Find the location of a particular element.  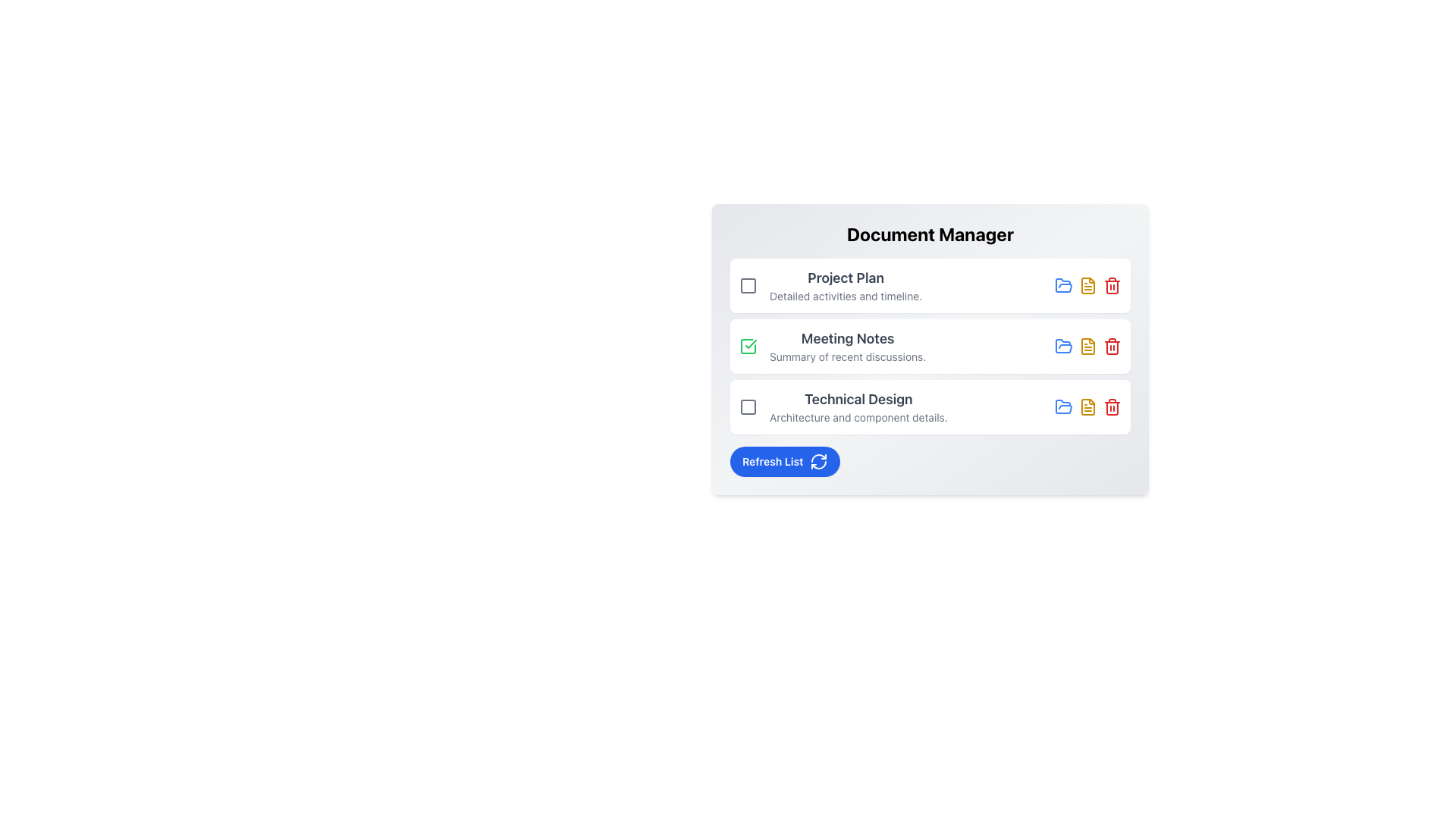

the static text label titled 'Project Plan' which describes 'Detailed activities and timeline.' is located at coordinates (845, 286).